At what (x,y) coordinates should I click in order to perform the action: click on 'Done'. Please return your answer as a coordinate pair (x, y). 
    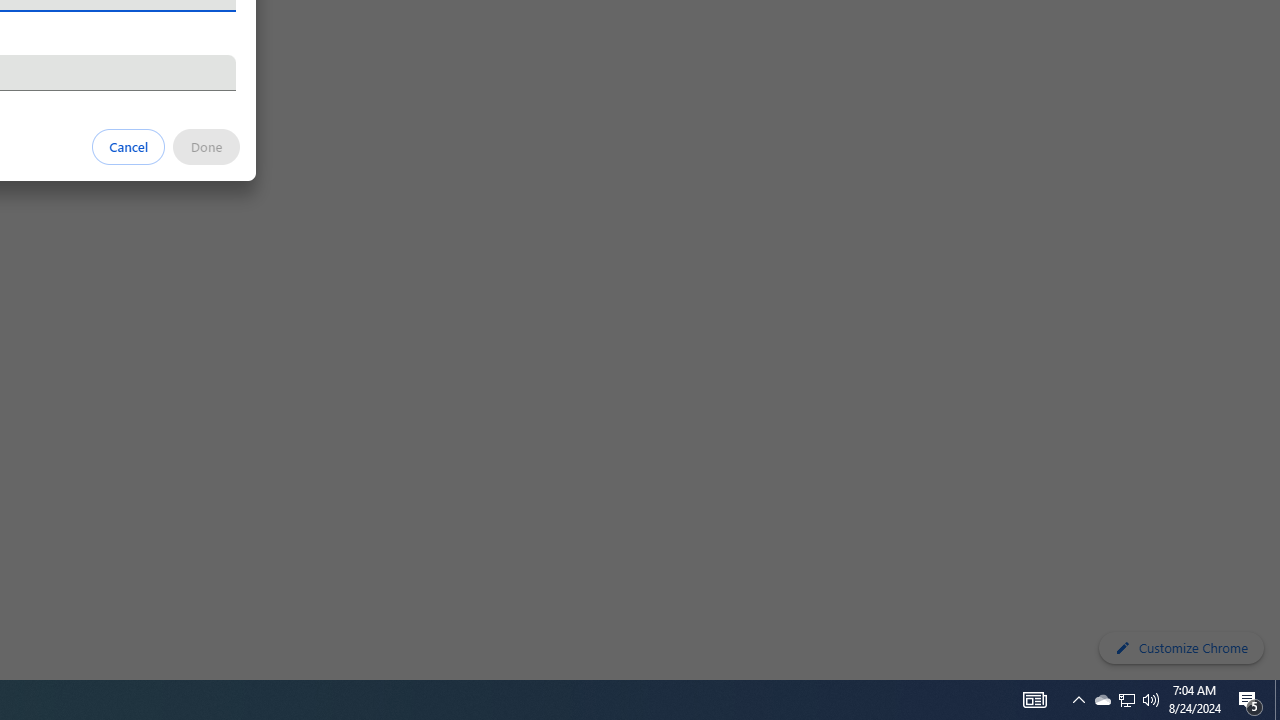
    Looking at the image, I should click on (206, 145).